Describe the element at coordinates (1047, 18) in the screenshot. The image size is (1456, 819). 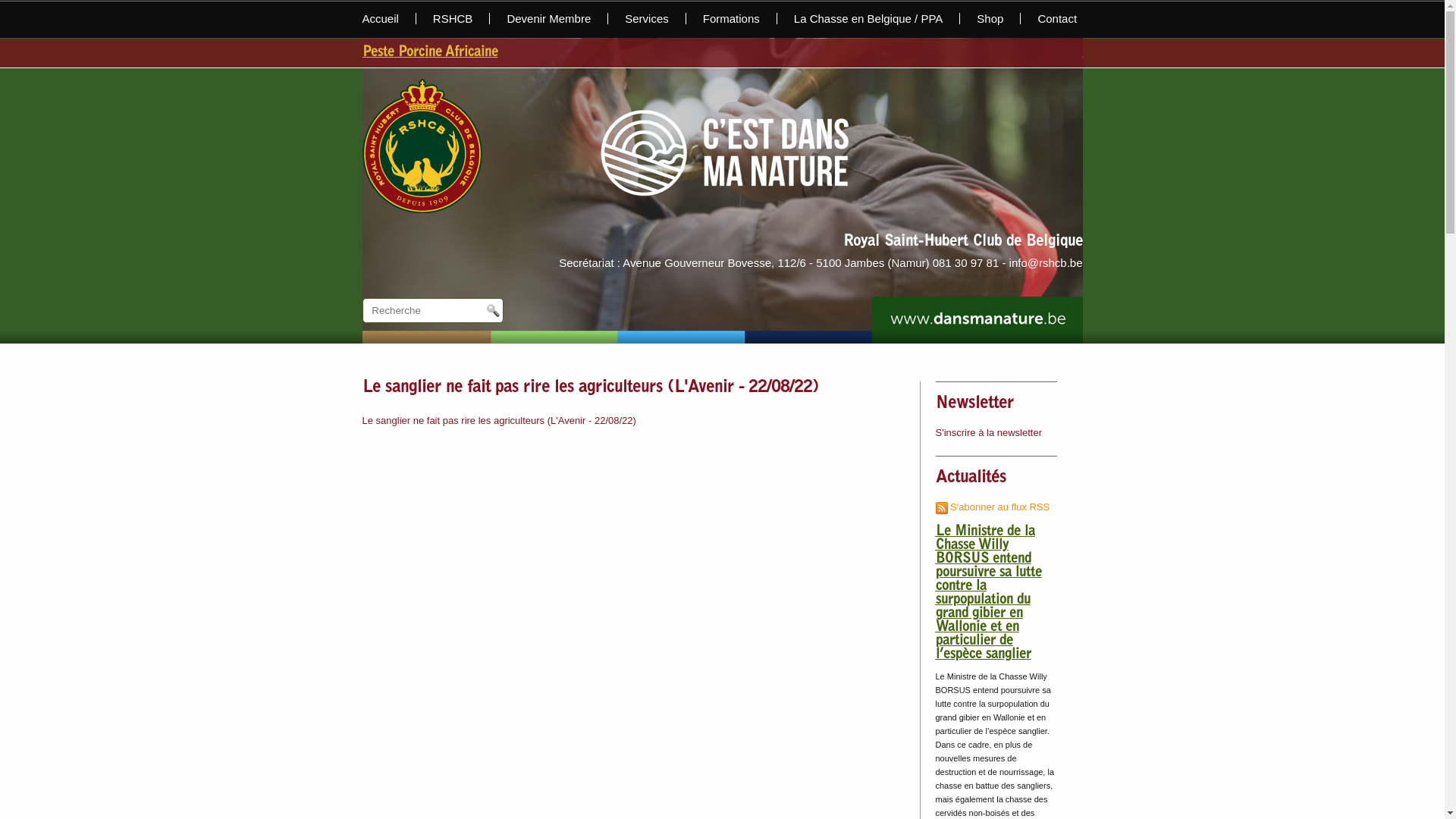
I see `'Contact'` at that location.